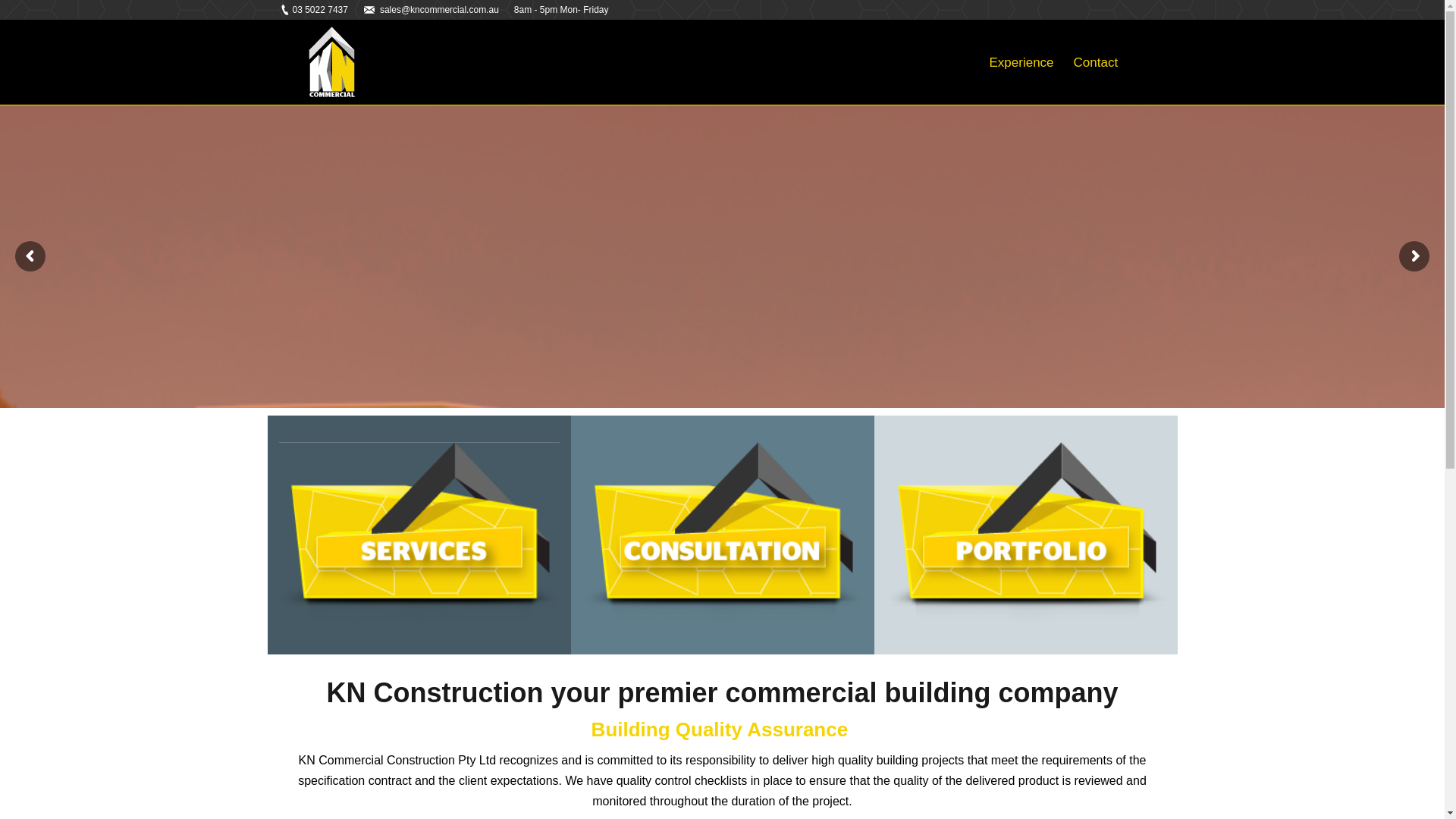 The width and height of the screenshot is (1456, 819). Describe the element at coordinates (19, 14) in the screenshot. I see `'Go!'` at that location.